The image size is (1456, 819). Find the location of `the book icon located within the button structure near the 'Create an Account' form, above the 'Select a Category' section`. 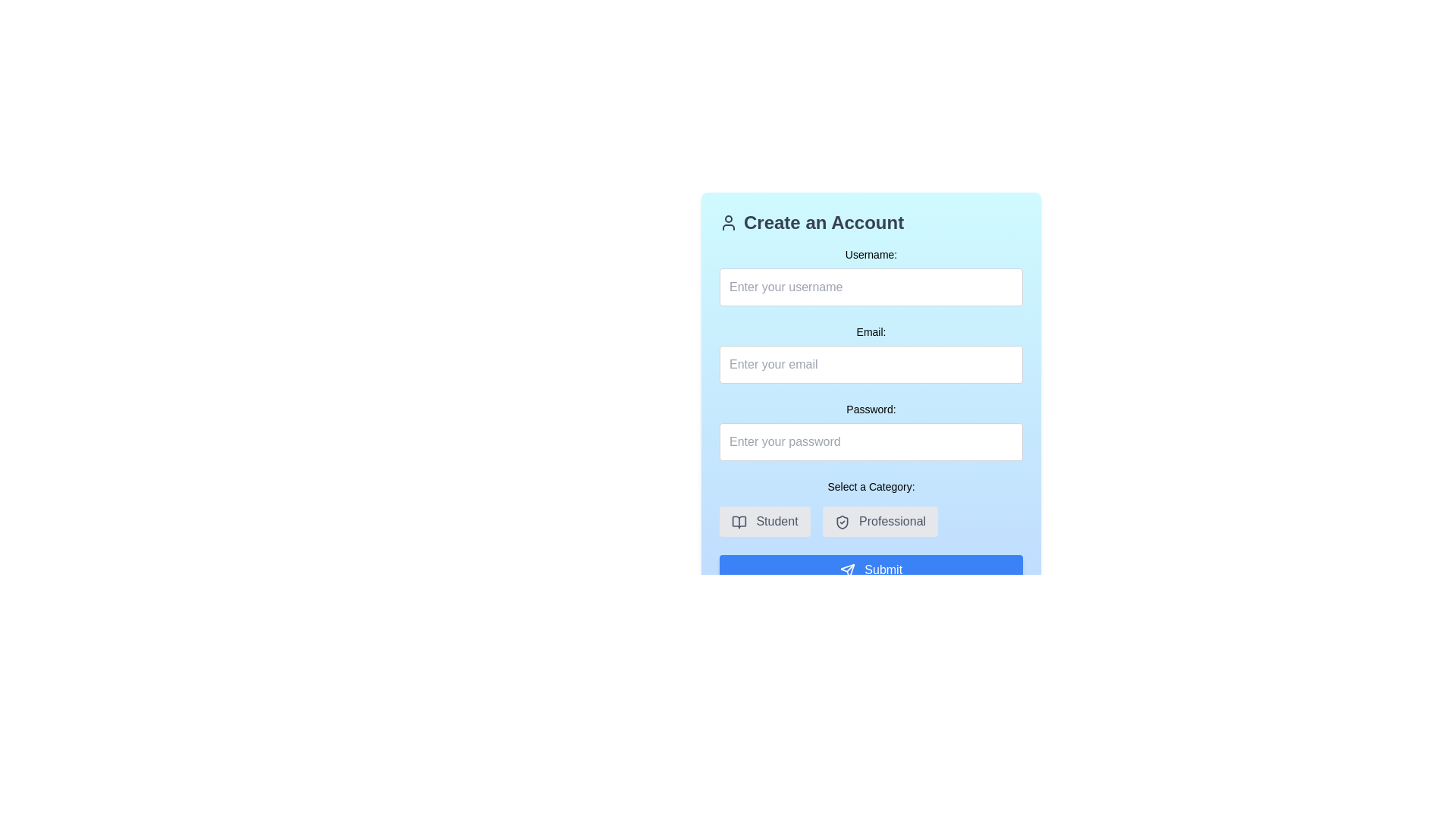

the book icon located within the button structure near the 'Create an Account' form, above the 'Select a Category' section is located at coordinates (739, 520).